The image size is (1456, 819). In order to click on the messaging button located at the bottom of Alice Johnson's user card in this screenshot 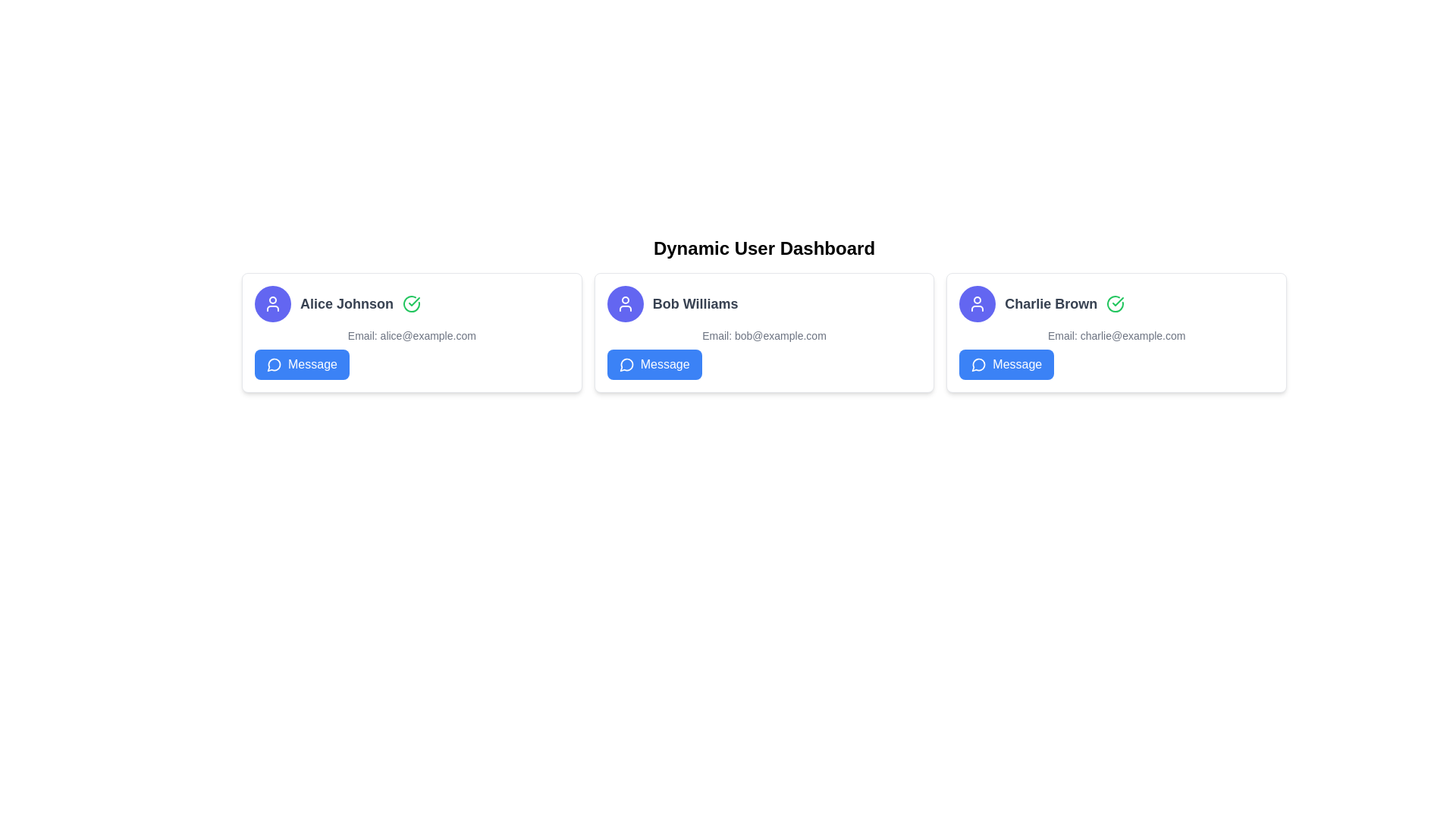, I will do `click(302, 365)`.